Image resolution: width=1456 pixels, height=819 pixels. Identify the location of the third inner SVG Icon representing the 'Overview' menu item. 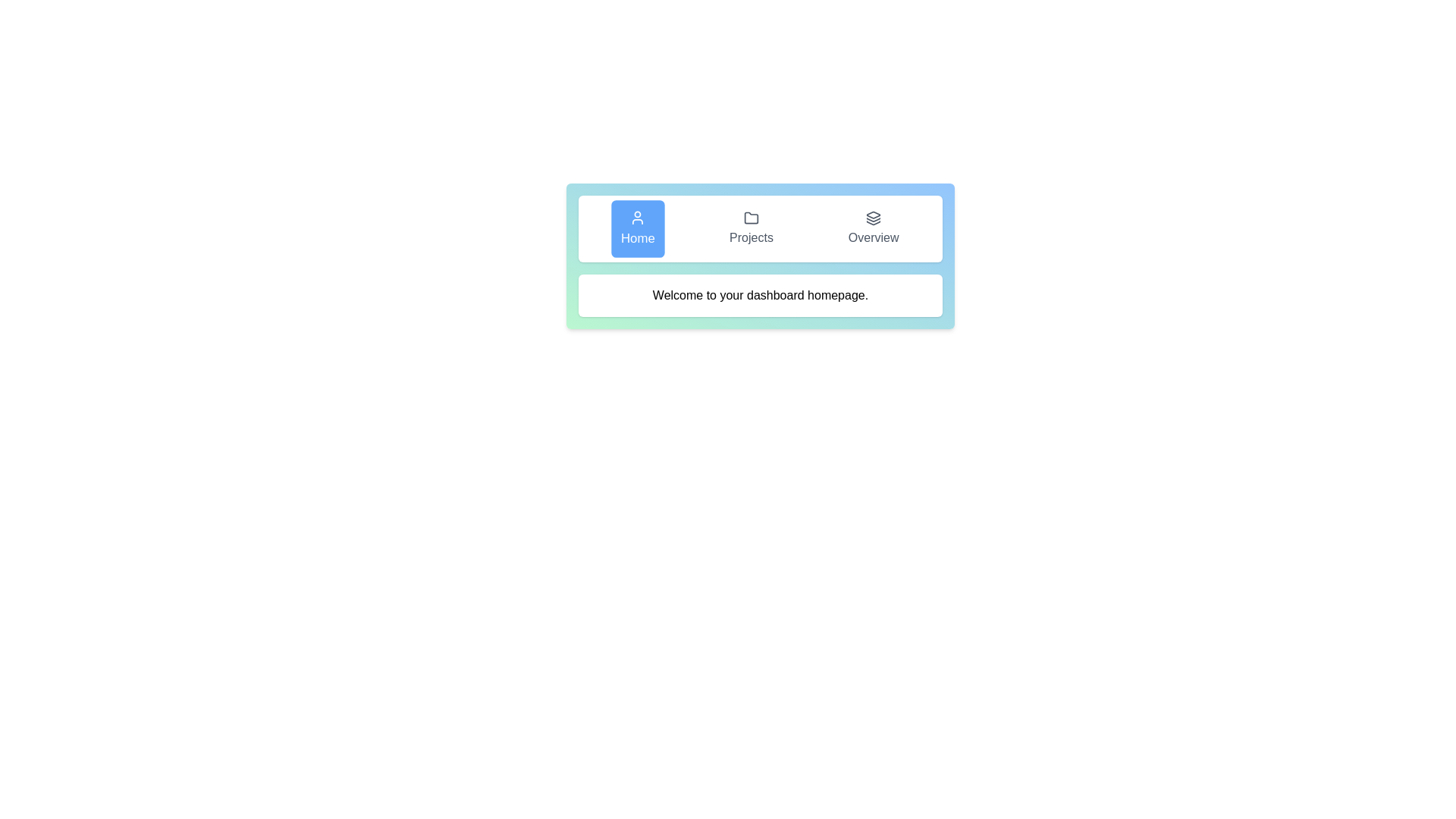
(874, 223).